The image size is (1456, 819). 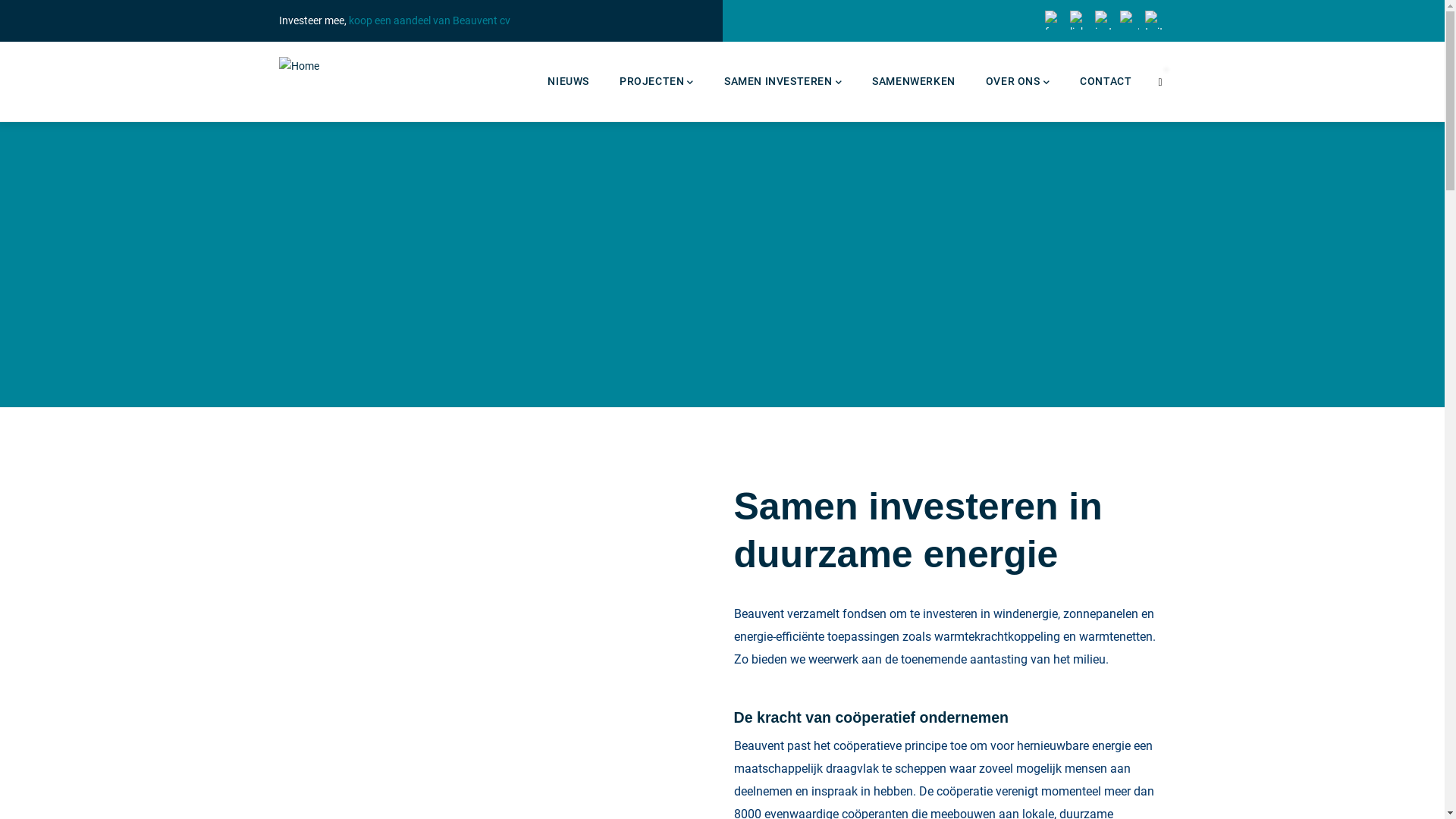 I want to click on 'CONTACT', so click(x=1106, y=81).